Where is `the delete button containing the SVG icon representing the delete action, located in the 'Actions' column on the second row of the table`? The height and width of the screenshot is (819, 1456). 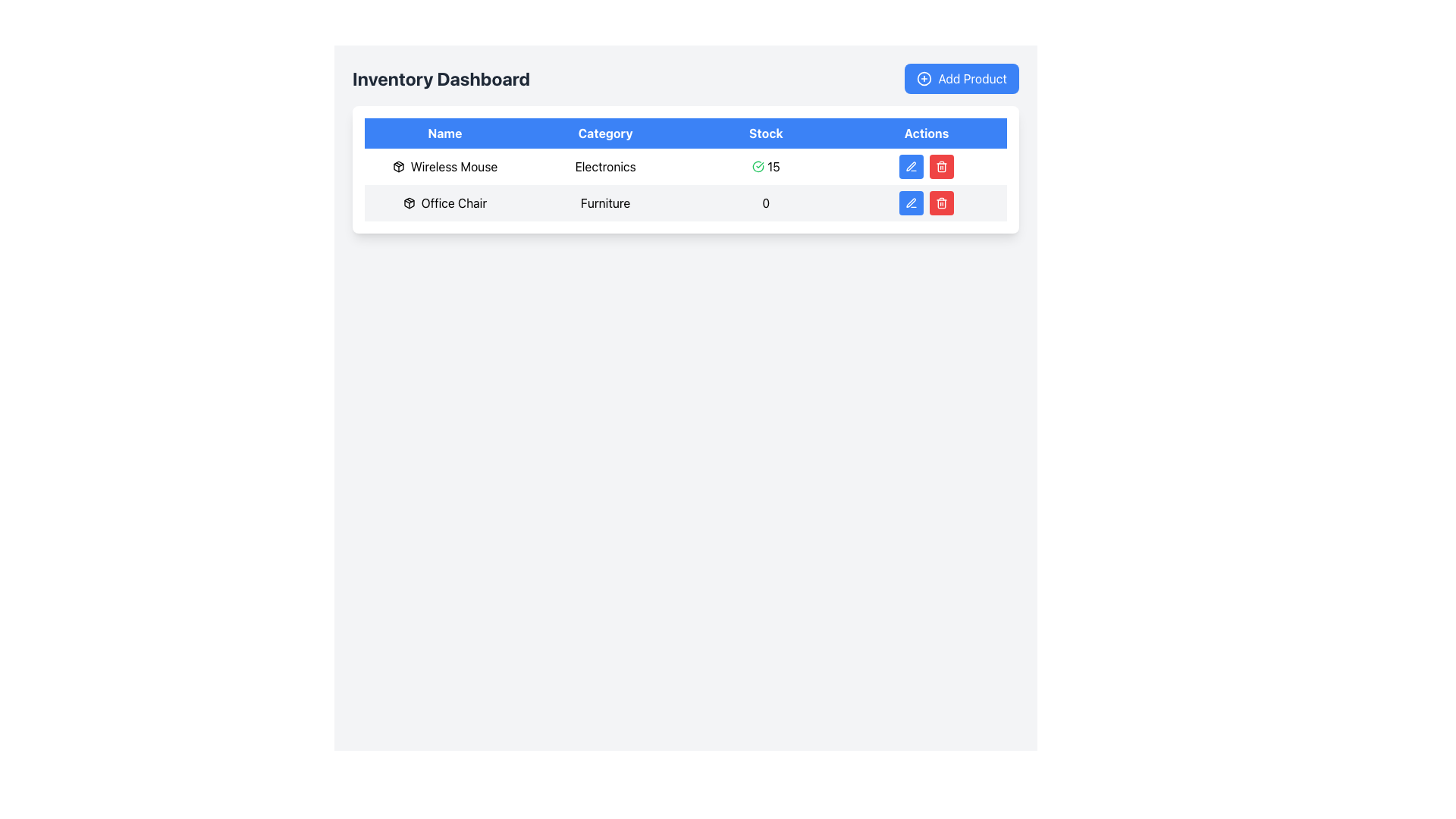 the delete button containing the SVG icon representing the delete action, located in the 'Actions' column on the second row of the table is located at coordinates (941, 168).